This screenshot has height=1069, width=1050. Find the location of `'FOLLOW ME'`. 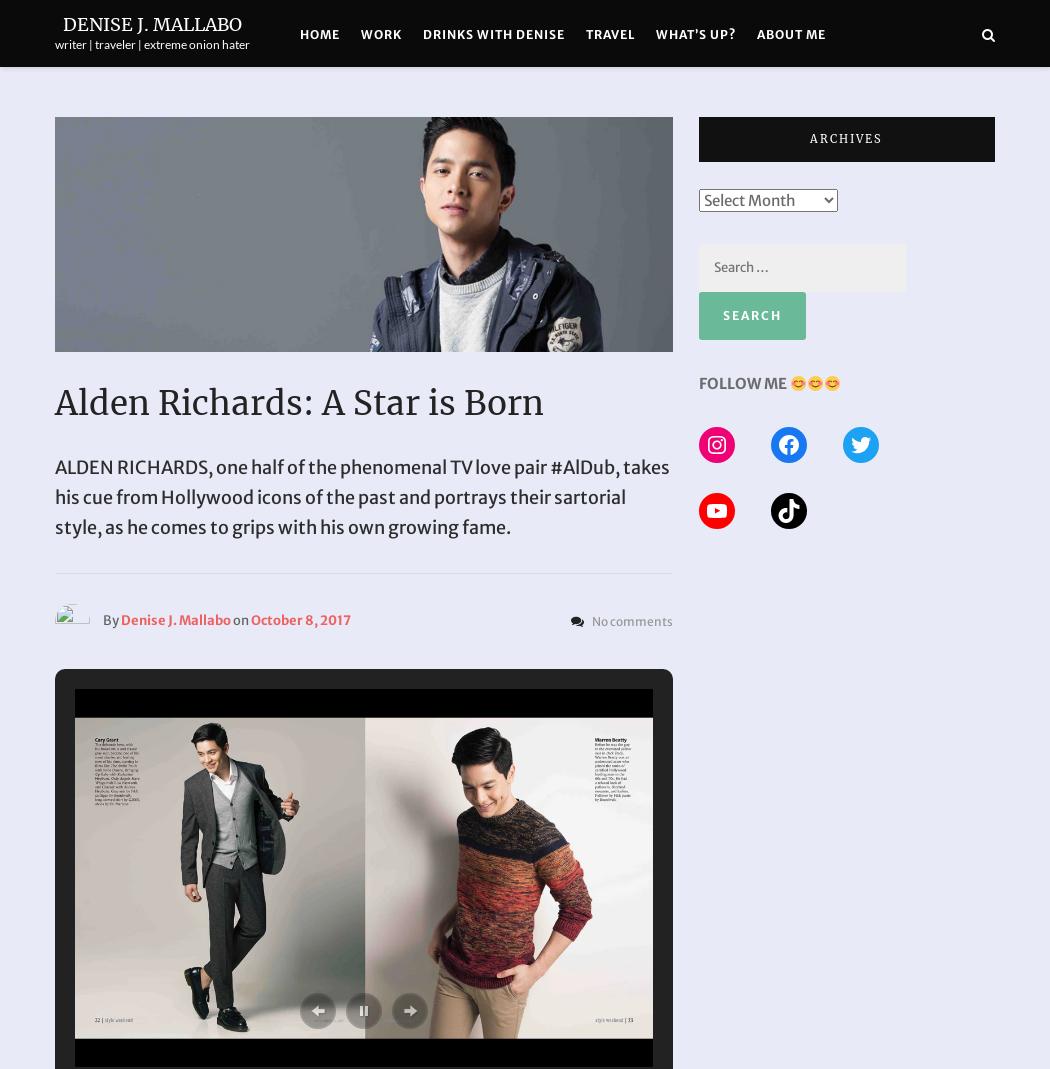

'FOLLOW ME' is located at coordinates (741, 383).